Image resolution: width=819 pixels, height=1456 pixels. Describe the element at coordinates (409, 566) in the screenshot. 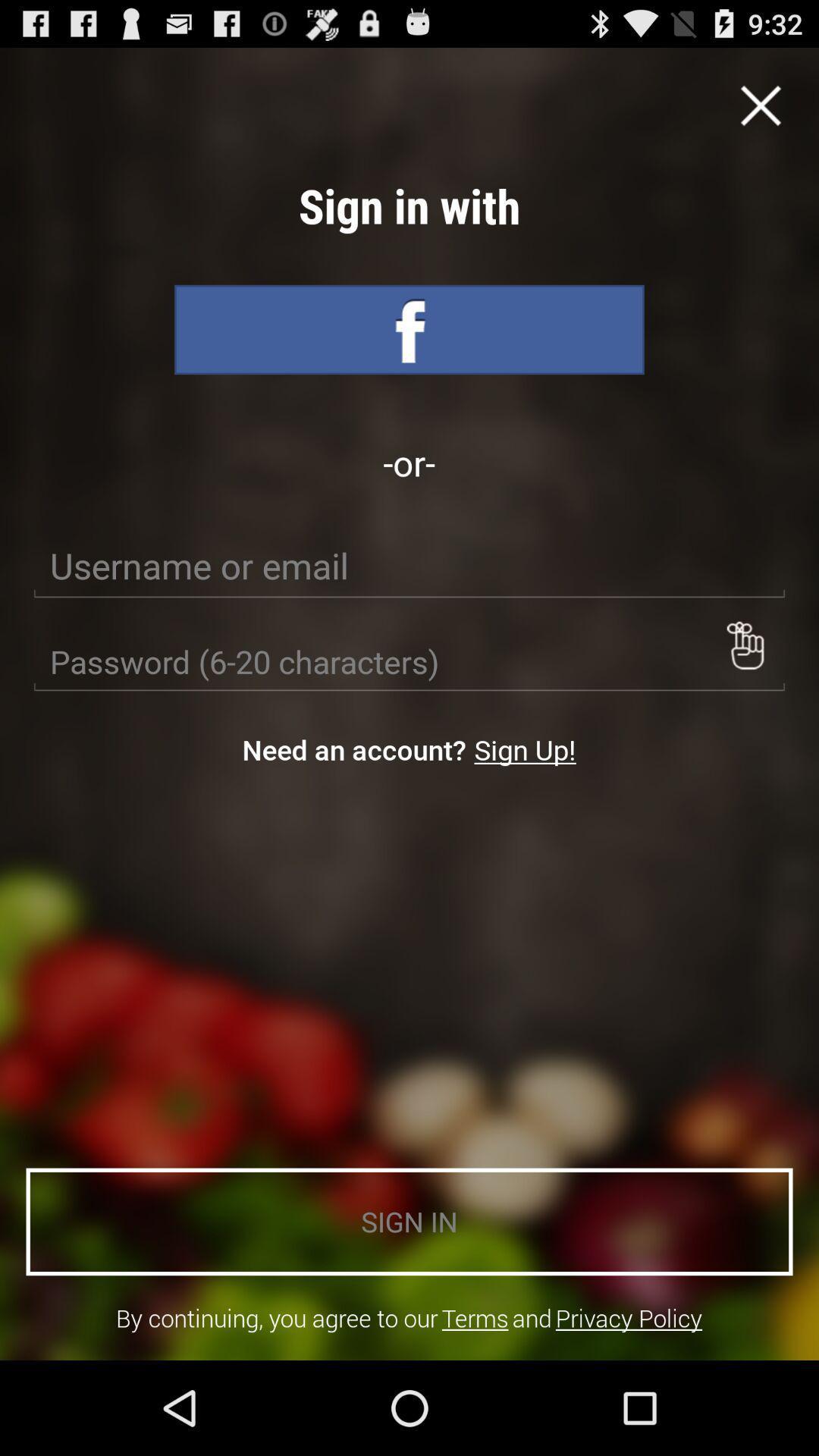

I see `usename` at that location.